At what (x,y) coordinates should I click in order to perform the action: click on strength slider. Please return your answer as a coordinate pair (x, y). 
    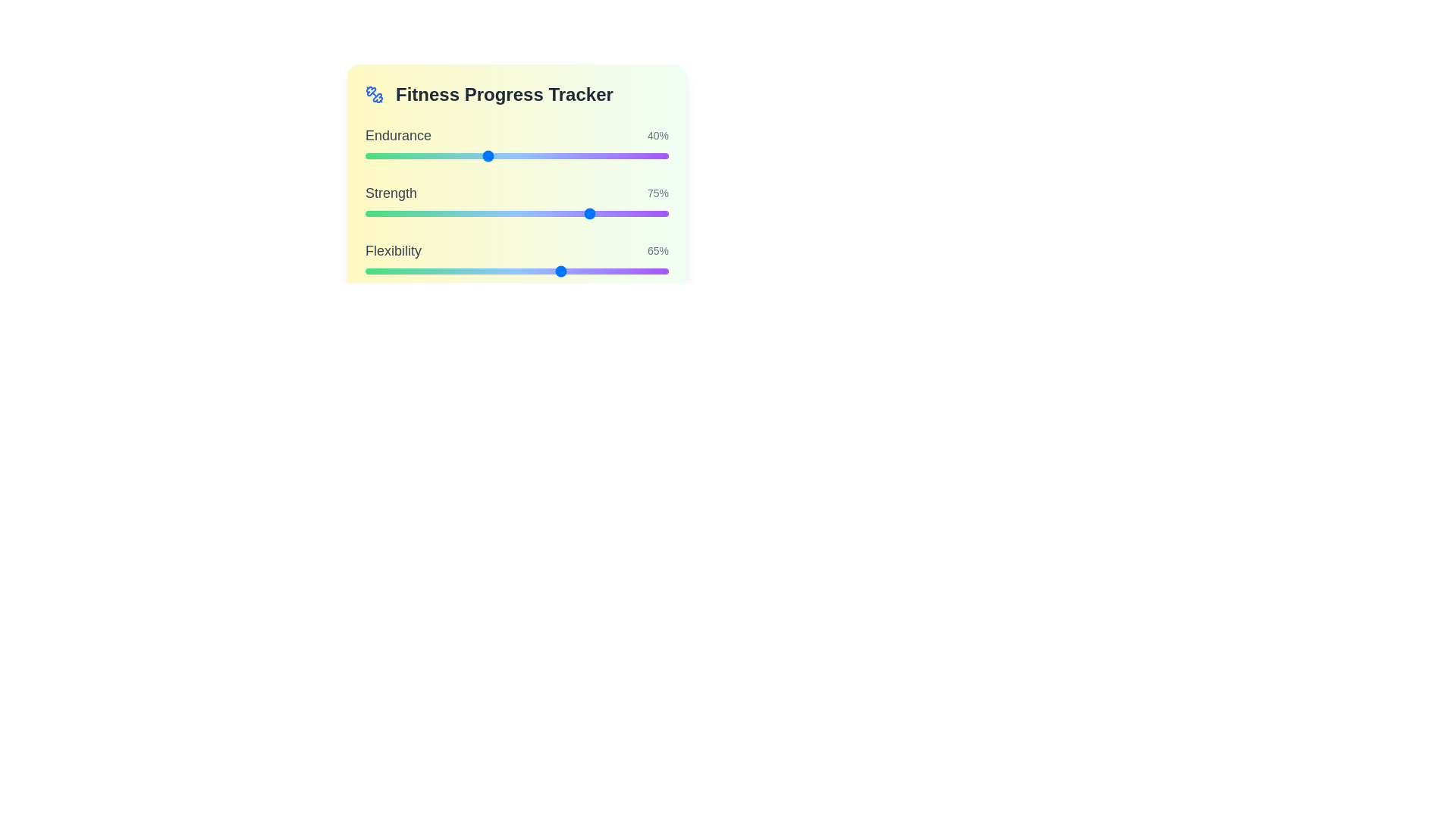
    Looking at the image, I should click on (483, 213).